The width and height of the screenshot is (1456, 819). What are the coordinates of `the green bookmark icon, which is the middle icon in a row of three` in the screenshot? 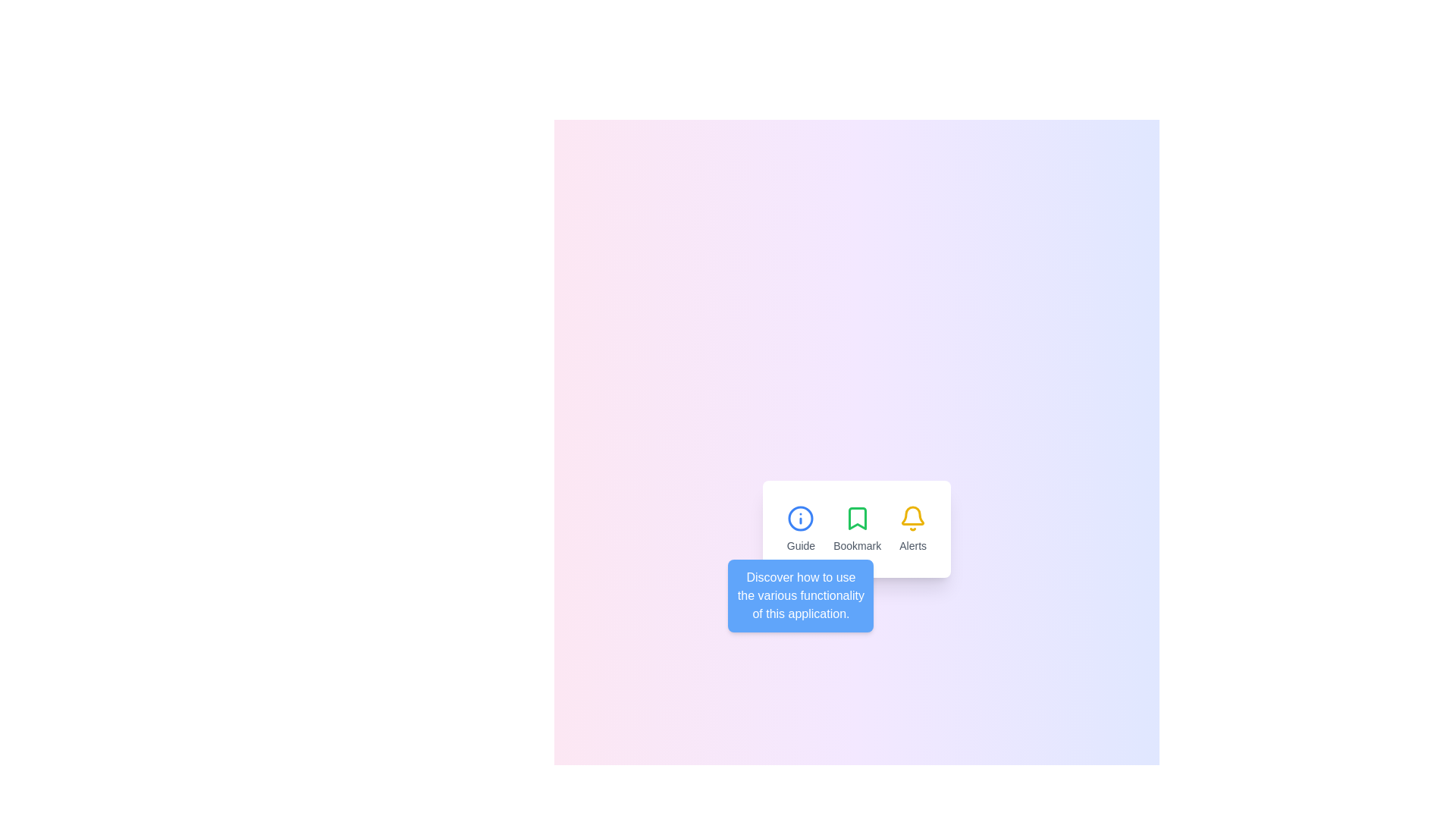 It's located at (856, 529).